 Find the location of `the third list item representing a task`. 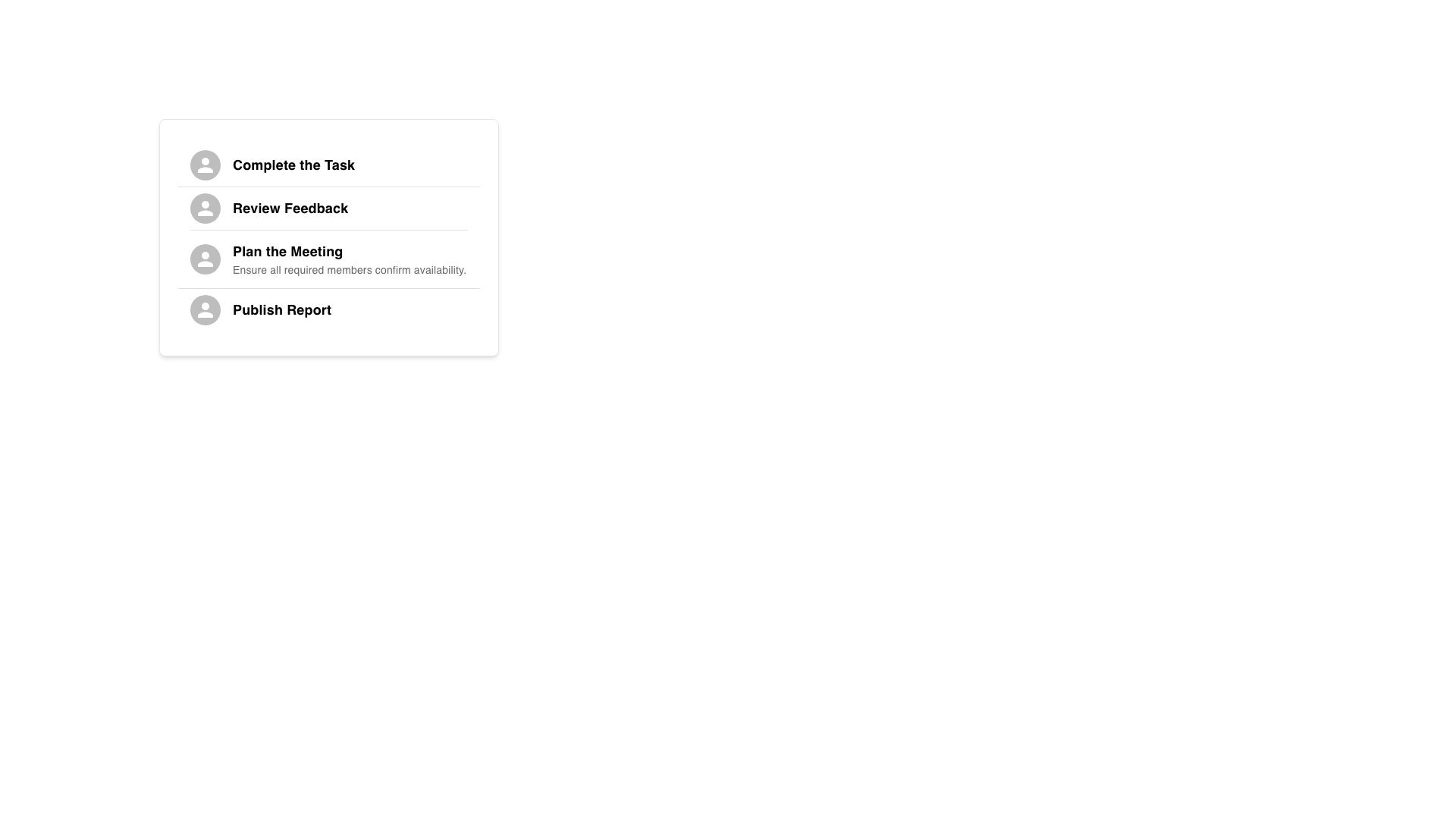

the third list item representing a task is located at coordinates (328, 237).